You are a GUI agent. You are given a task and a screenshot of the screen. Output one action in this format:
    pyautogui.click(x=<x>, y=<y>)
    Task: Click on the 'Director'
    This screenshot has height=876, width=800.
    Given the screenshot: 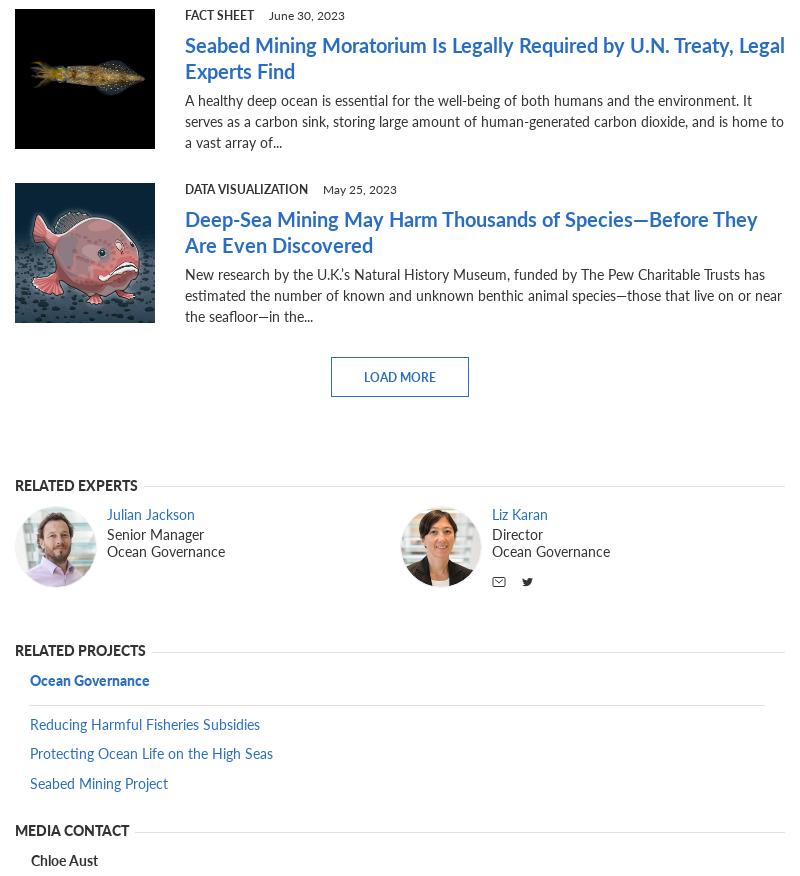 What is the action you would take?
    pyautogui.click(x=516, y=533)
    